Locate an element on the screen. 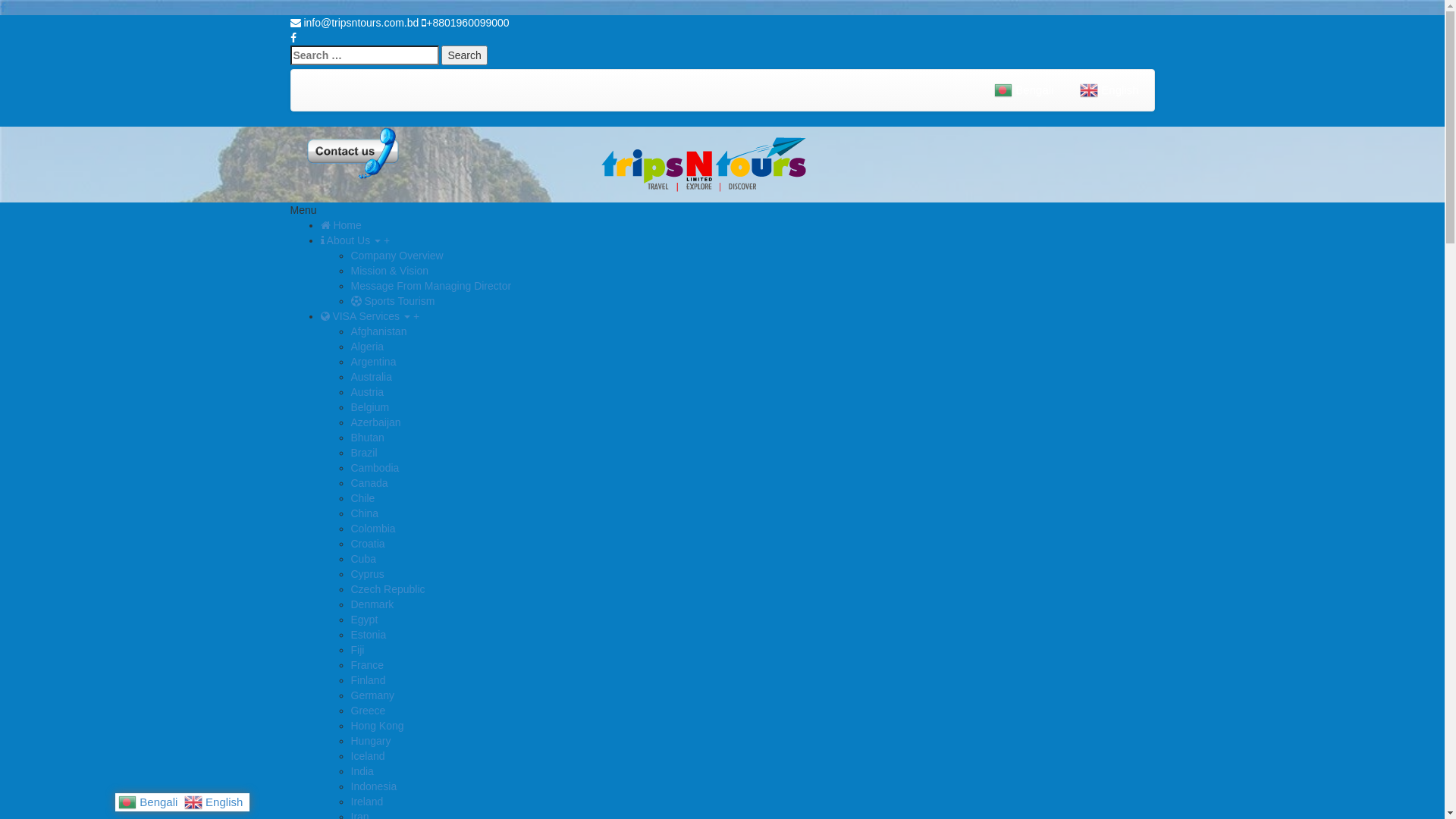 The width and height of the screenshot is (1456, 819). 'Hong Kong' is located at coordinates (377, 724).